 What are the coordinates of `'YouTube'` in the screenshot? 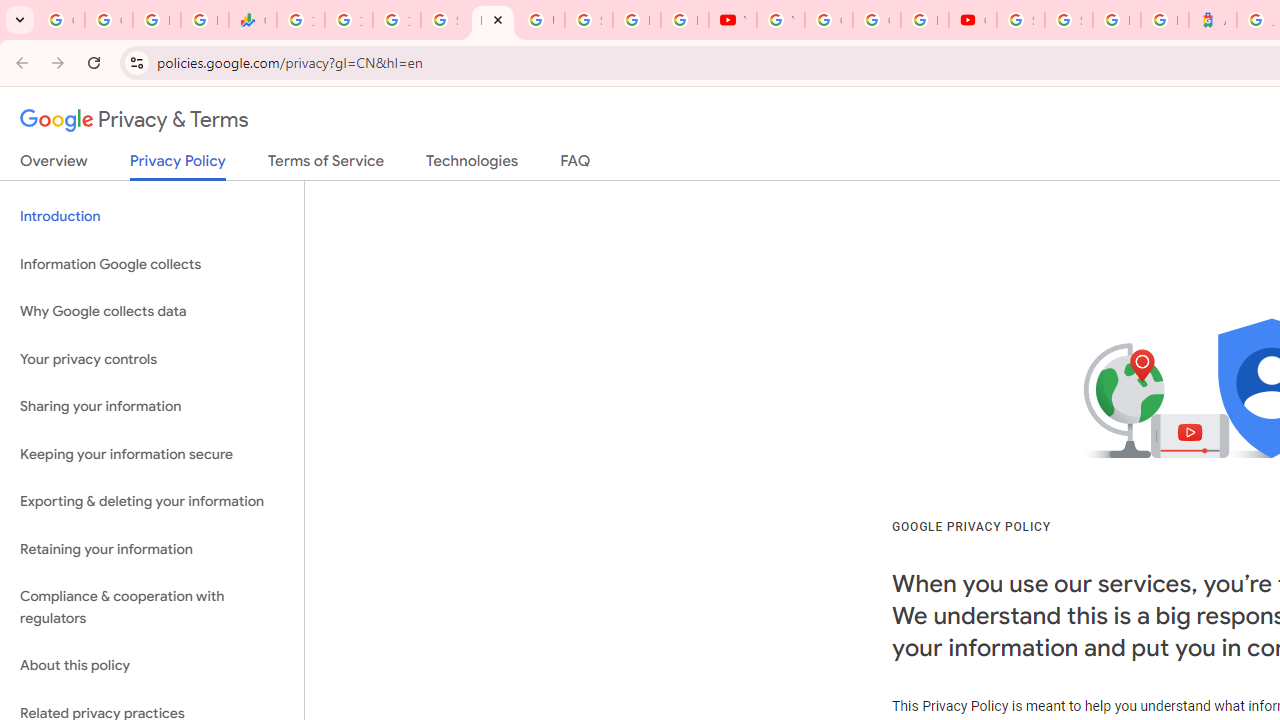 It's located at (731, 20).